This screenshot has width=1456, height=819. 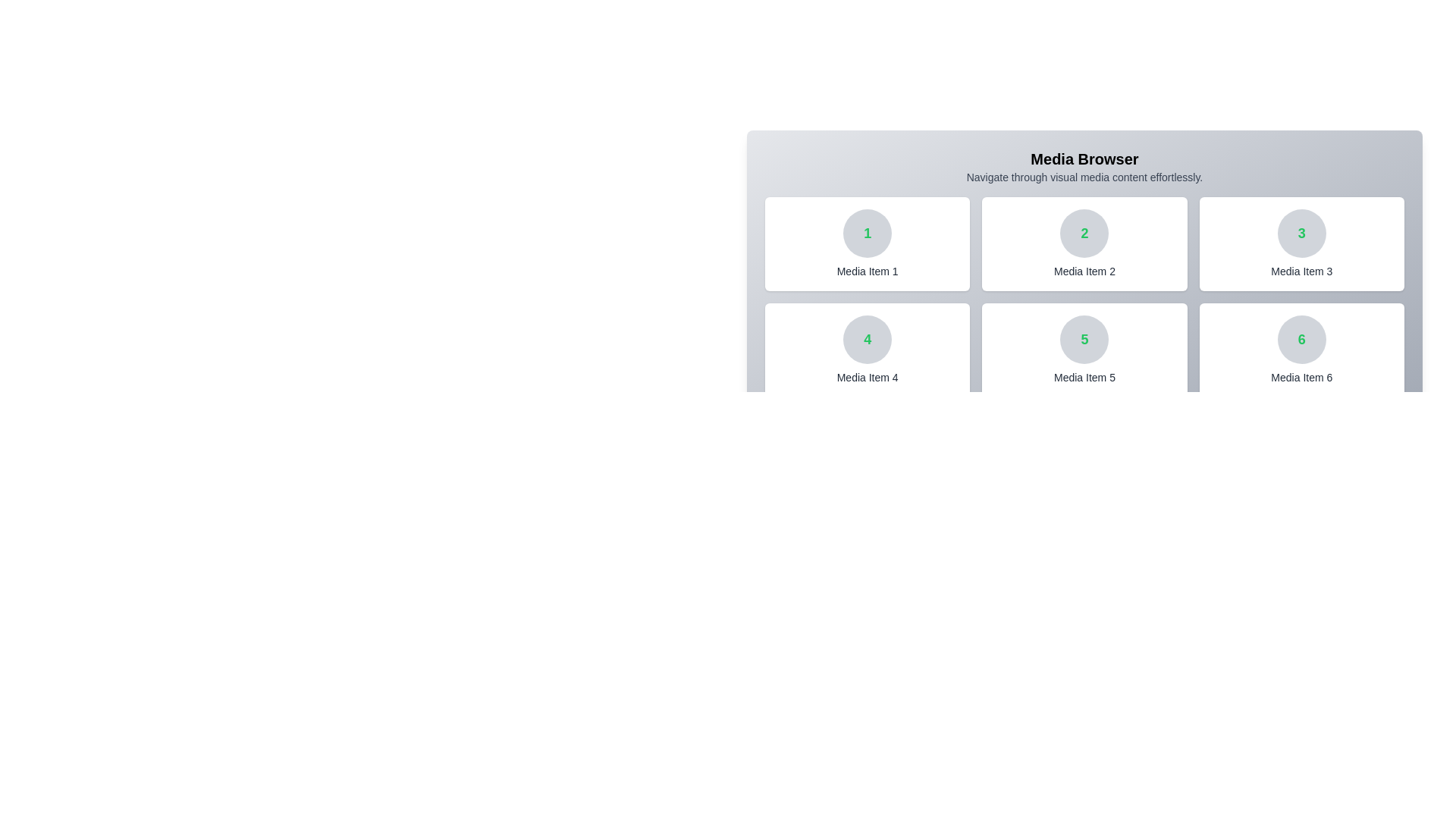 I want to click on the Card component displaying 'Media Item 2', characterized by its white rounded rectangle shape, gray circular icon with the number '2' in green, and the text label below it, so click(x=1084, y=243).